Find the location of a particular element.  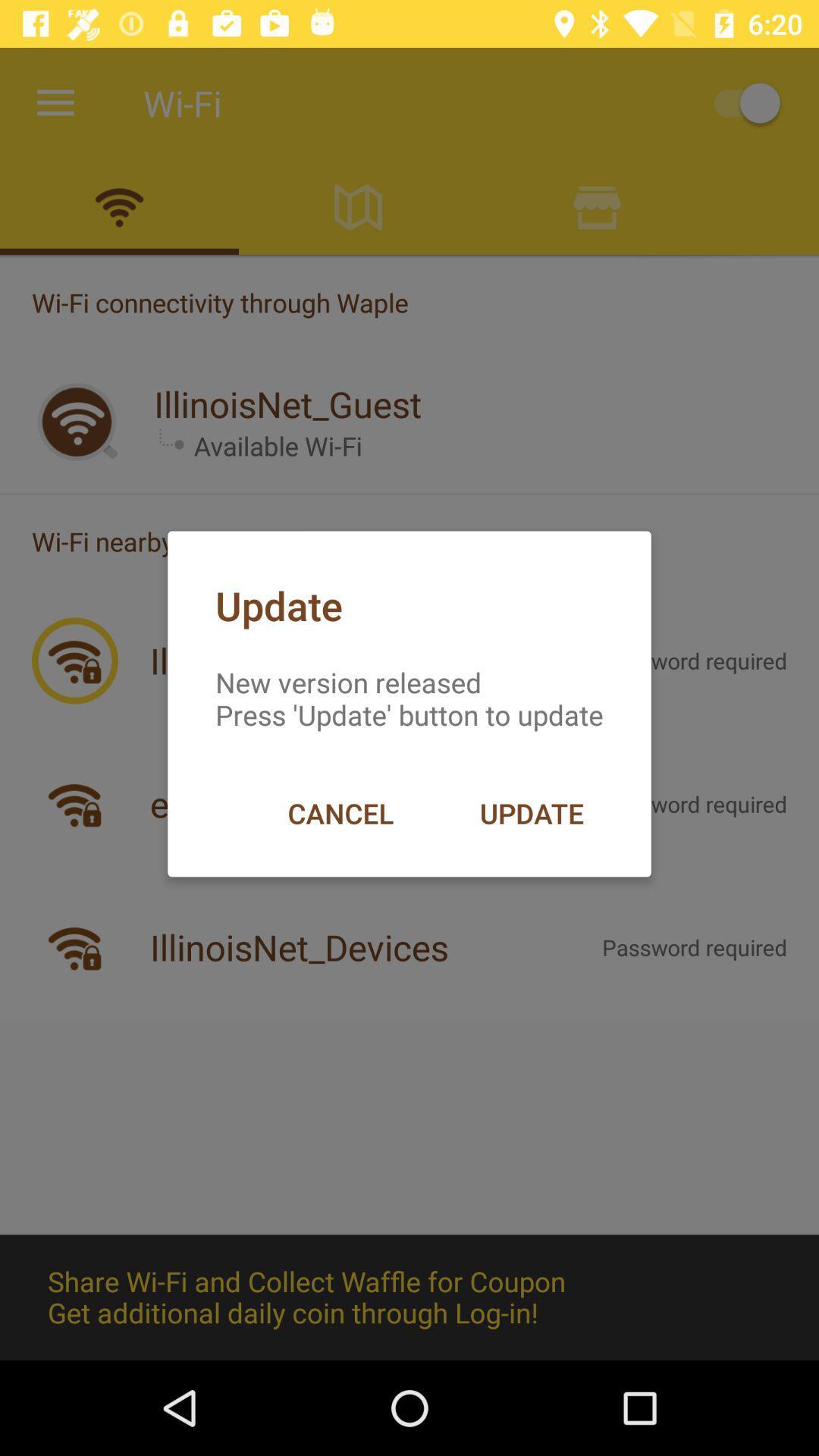

cancel item is located at coordinates (340, 812).